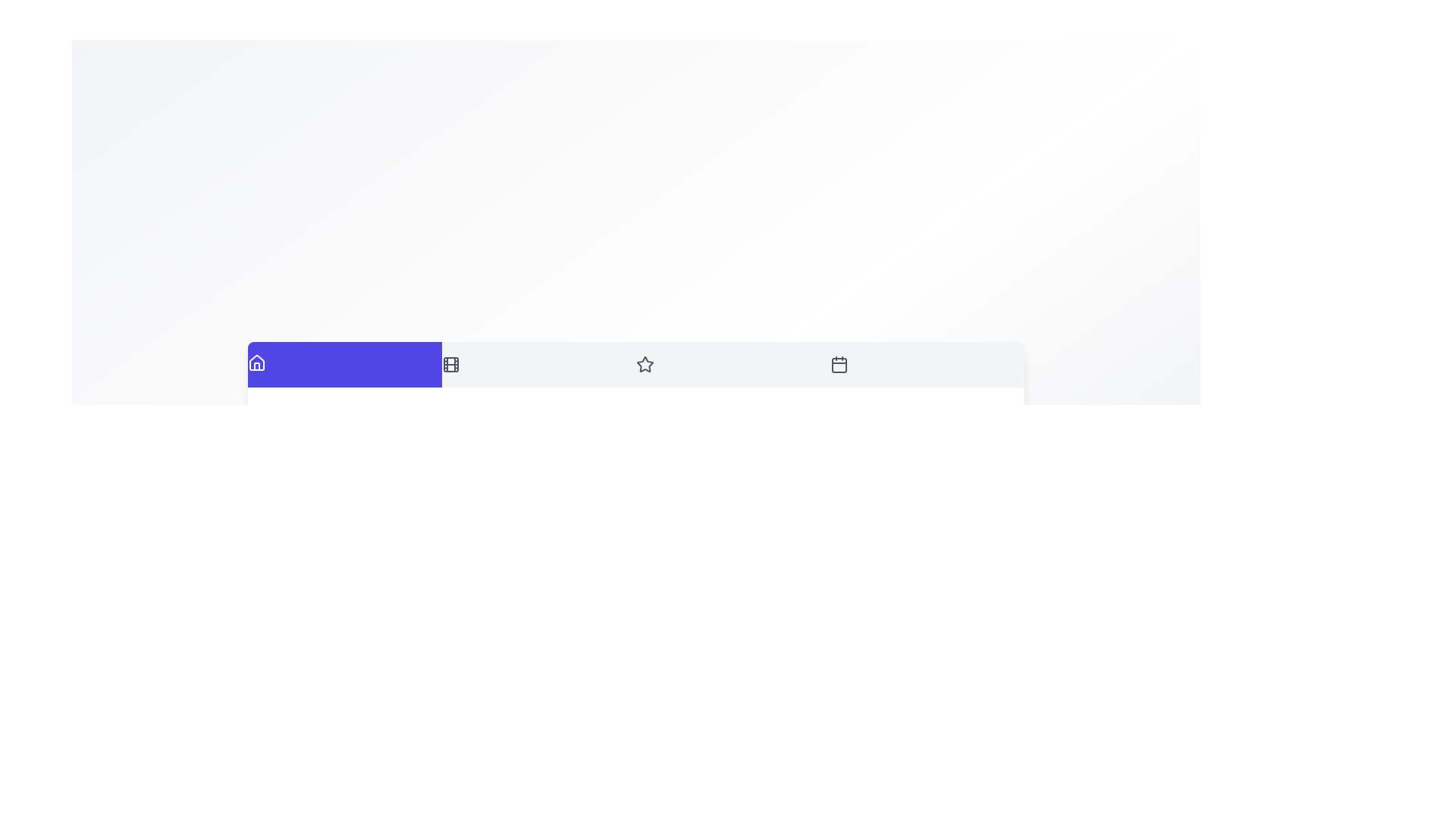 The width and height of the screenshot is (1456, 819). Describe the element at coordinates (450, 364) in the screenshot. I see `the film icon component located in the bottom menu bar, second from the left, which represents a media or video-related feature` at that location.